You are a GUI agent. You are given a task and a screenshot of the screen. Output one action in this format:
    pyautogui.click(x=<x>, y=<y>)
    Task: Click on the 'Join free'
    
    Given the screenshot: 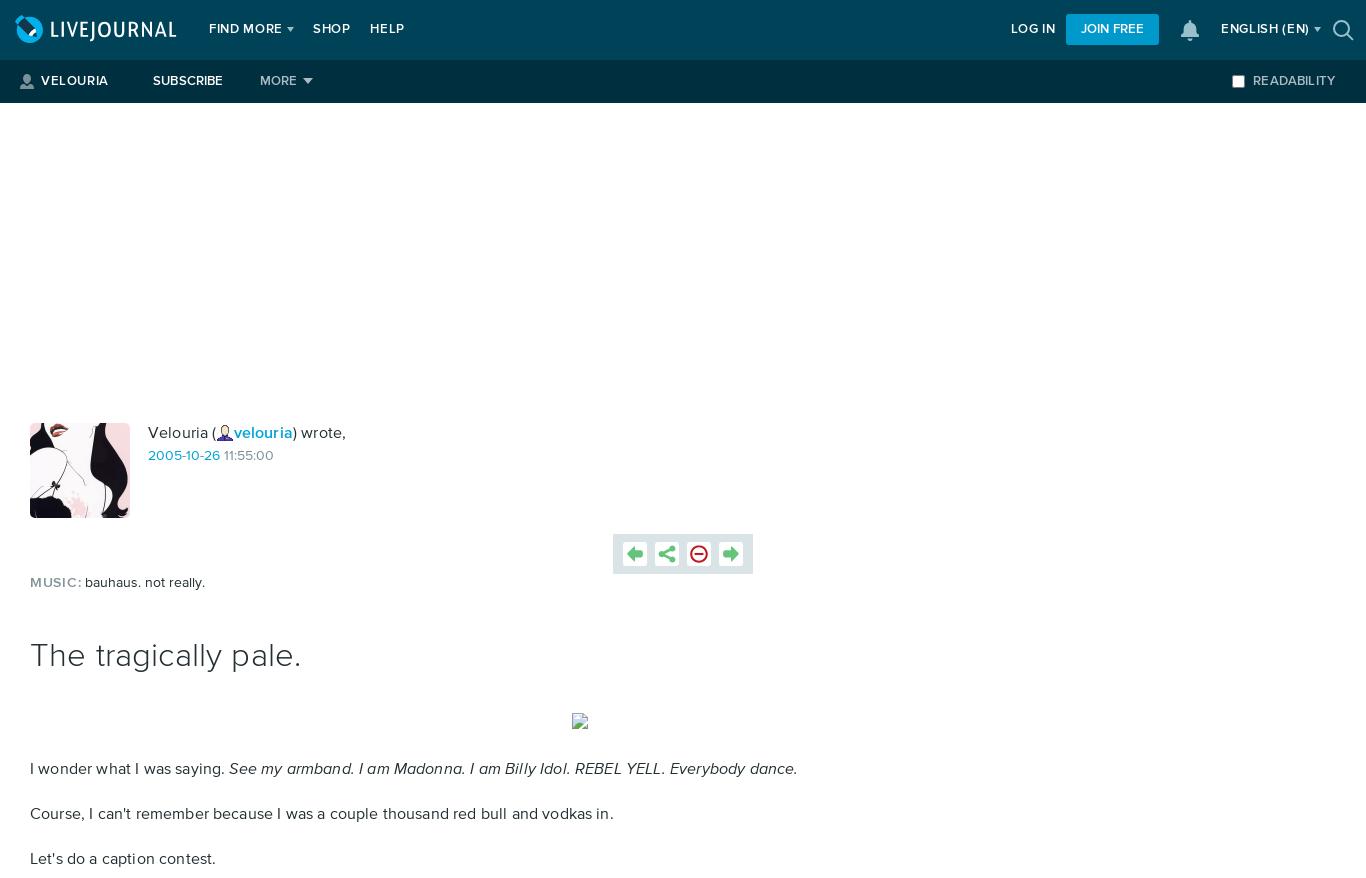 What is the action you would take?
    pyautogui.click(x=1111, y=28)
    